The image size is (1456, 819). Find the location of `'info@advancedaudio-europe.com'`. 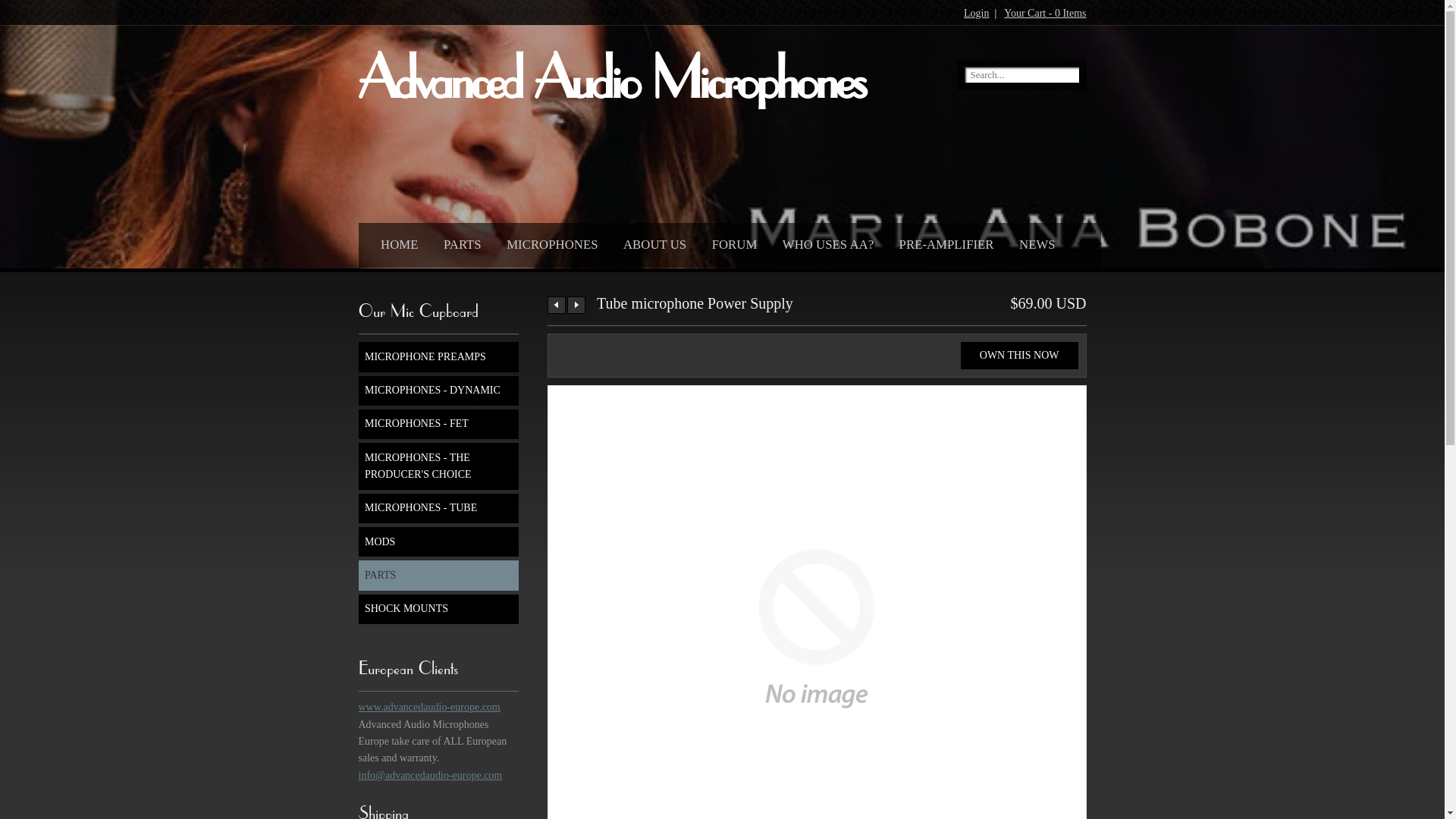

'info@advancedaudio-europe.com' is located at coordinates (428, 775).